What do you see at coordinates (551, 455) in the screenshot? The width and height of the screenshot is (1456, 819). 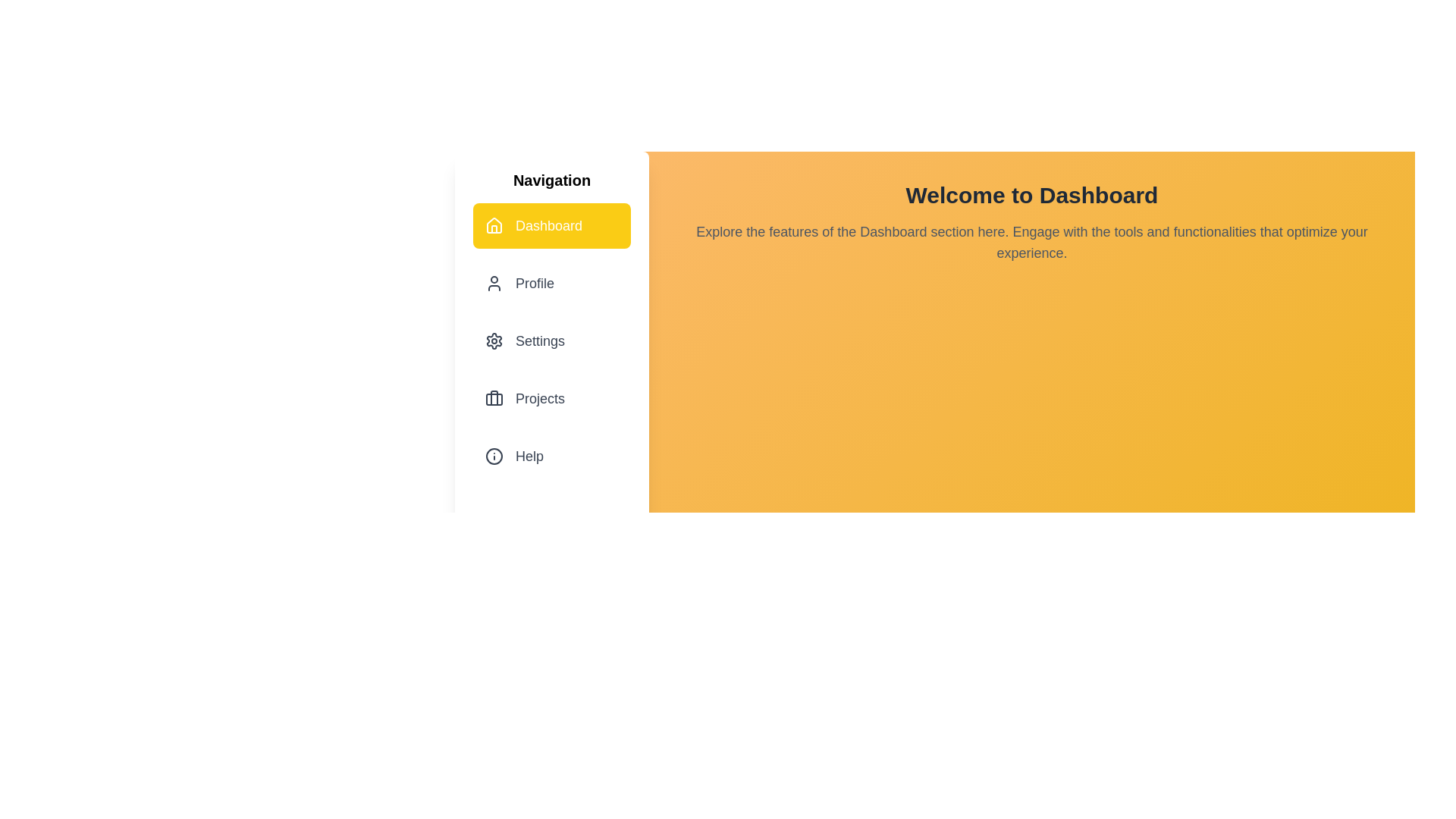 I see `the menu item corresponding to Help` at bounding box center [551, 455].